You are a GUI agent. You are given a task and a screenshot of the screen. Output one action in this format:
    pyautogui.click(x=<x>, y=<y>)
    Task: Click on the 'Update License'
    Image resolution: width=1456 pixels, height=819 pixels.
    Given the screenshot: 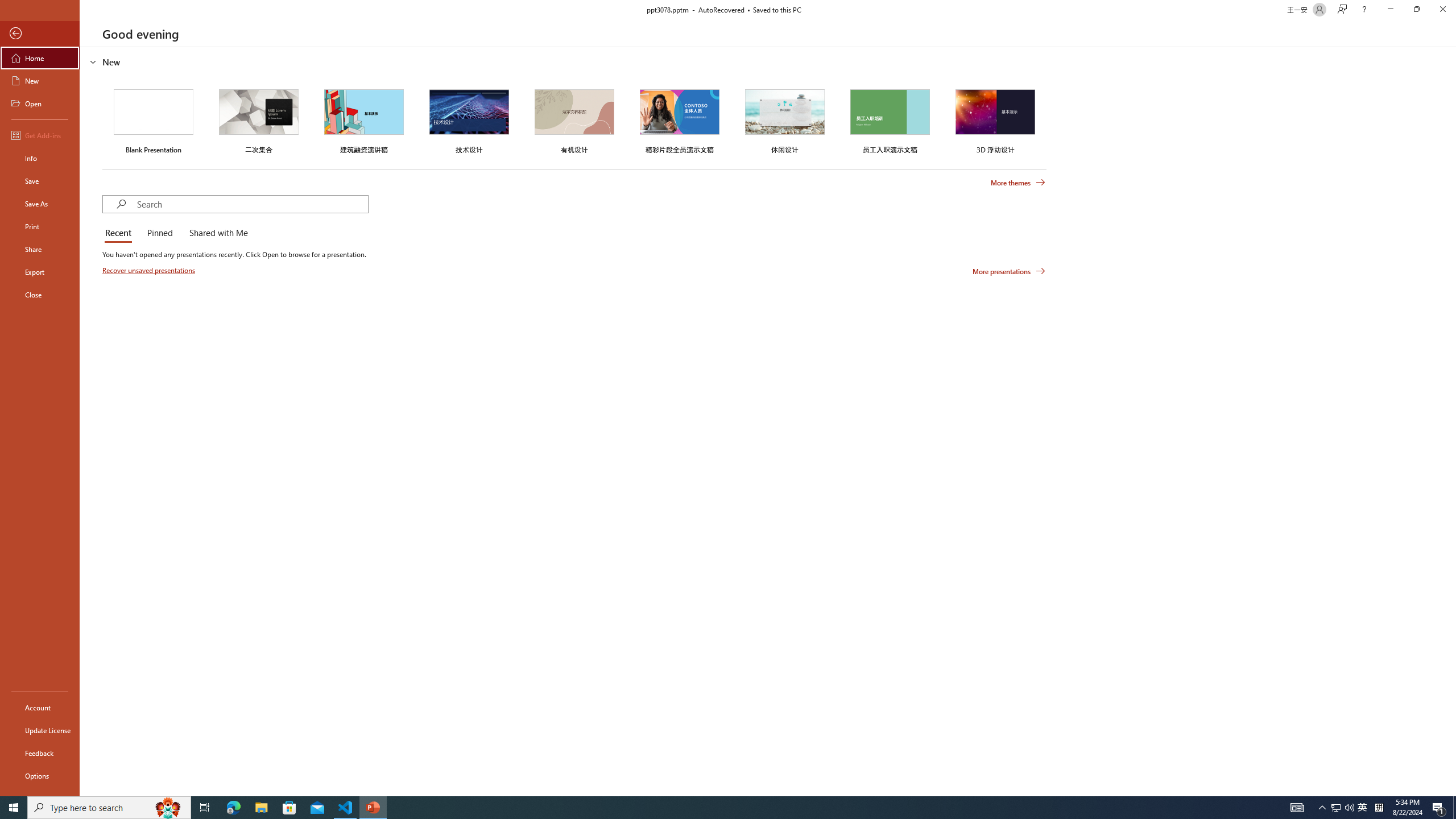 What is the action you would take?
    pyautogui.click(x=39, y=730)
    